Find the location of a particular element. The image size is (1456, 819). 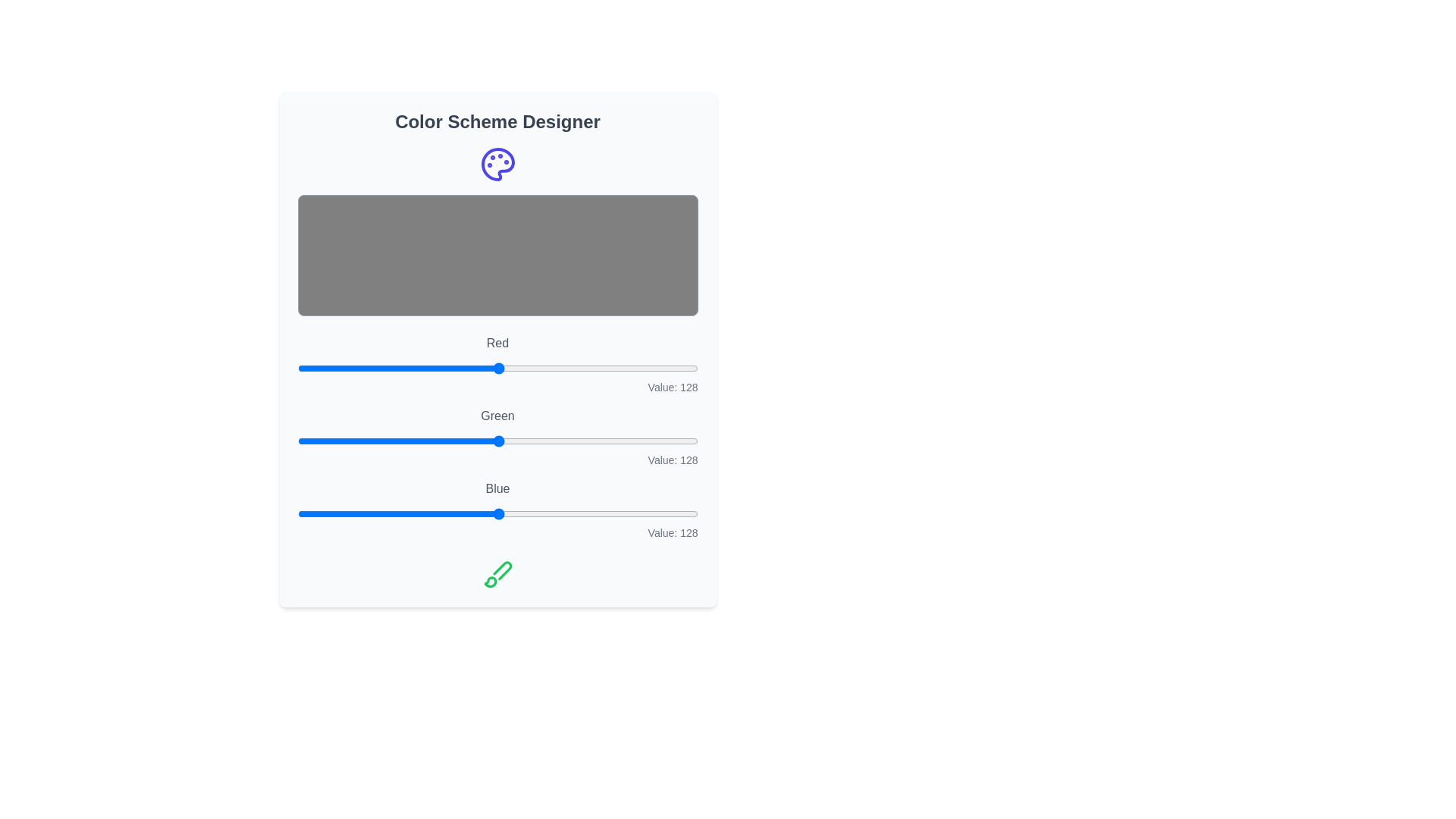

the green color value is located at coordinates (692, 441).